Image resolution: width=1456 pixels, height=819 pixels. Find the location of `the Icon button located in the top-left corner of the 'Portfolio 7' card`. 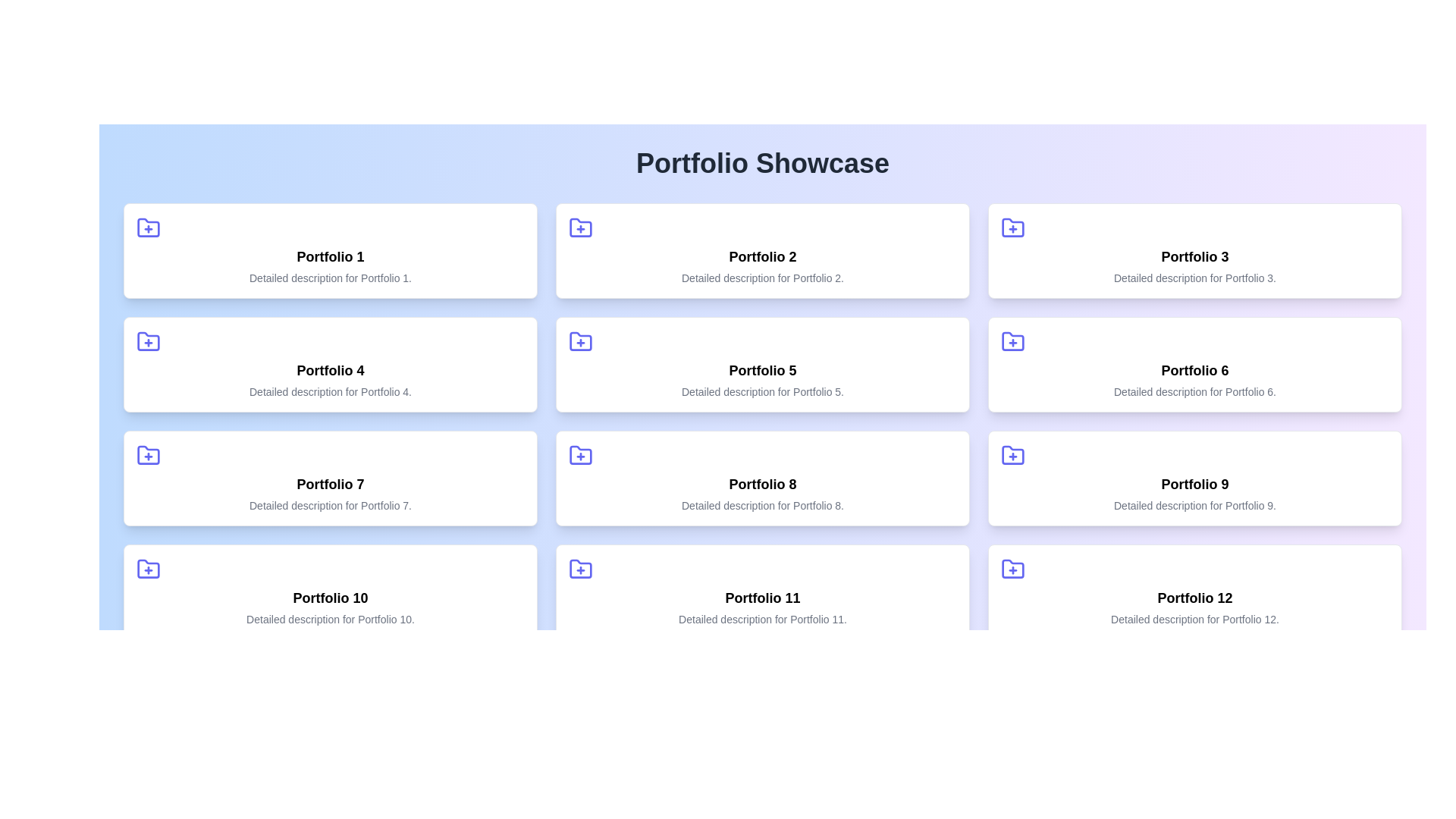

the Icon button located in the top-left corner of the 'Portfolio 7' card is located at coordinates (149, 454).